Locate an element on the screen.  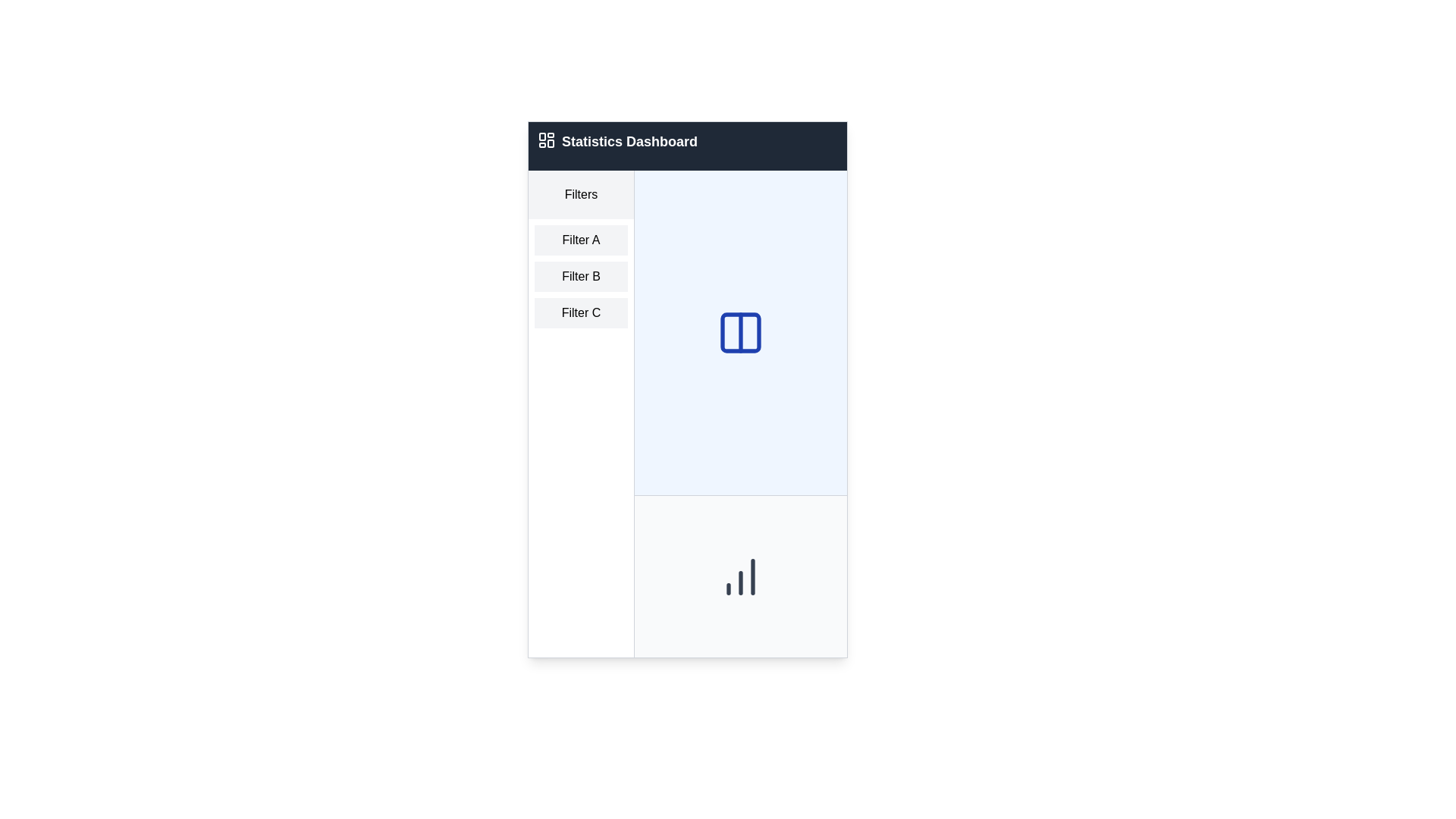
the 'Filter A' button, which is a light gray rectangular button with centered black text is located at coordinates (580, 239).